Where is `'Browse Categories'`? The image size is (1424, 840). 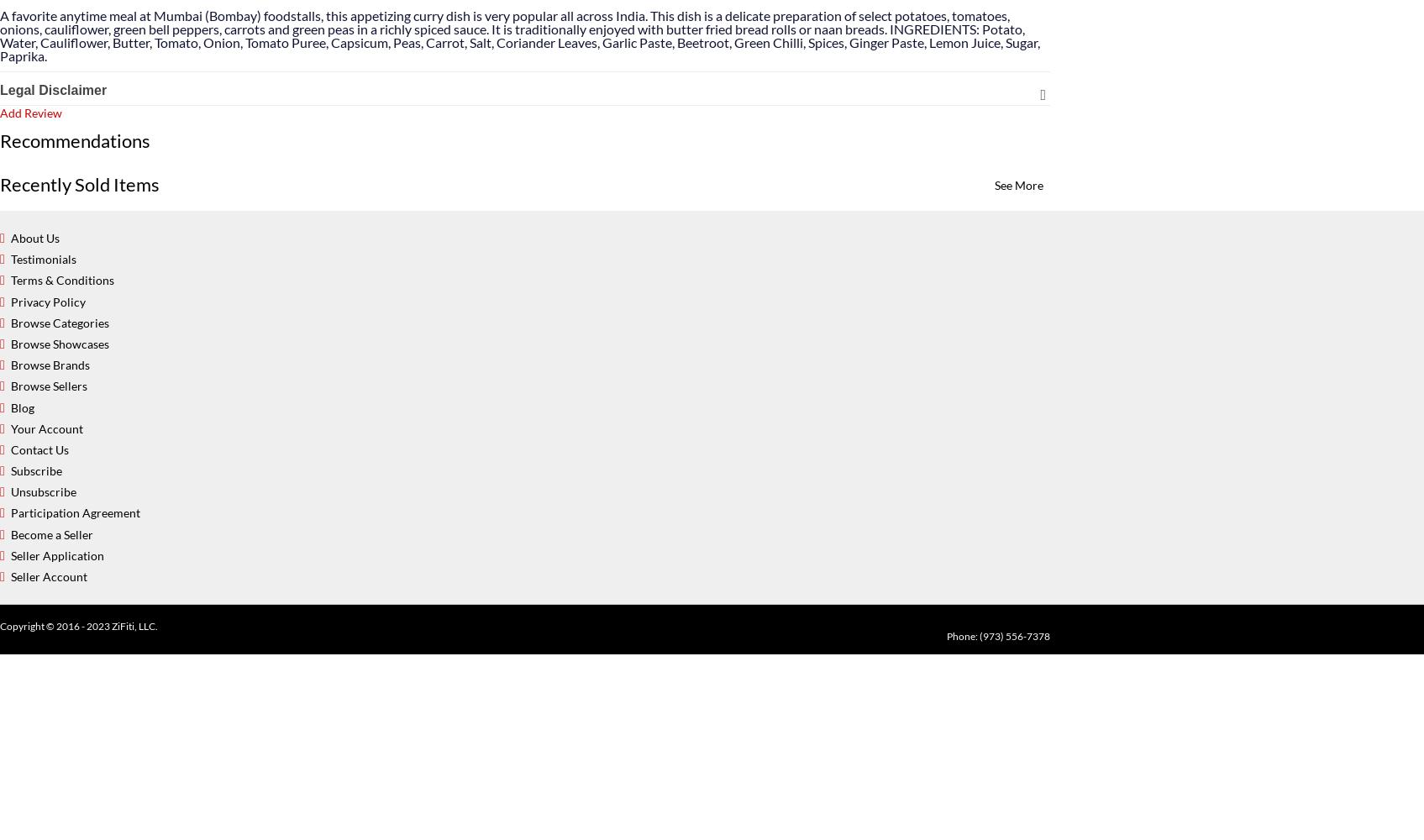 'Browse Categories' is located at coordinates (10, 322).